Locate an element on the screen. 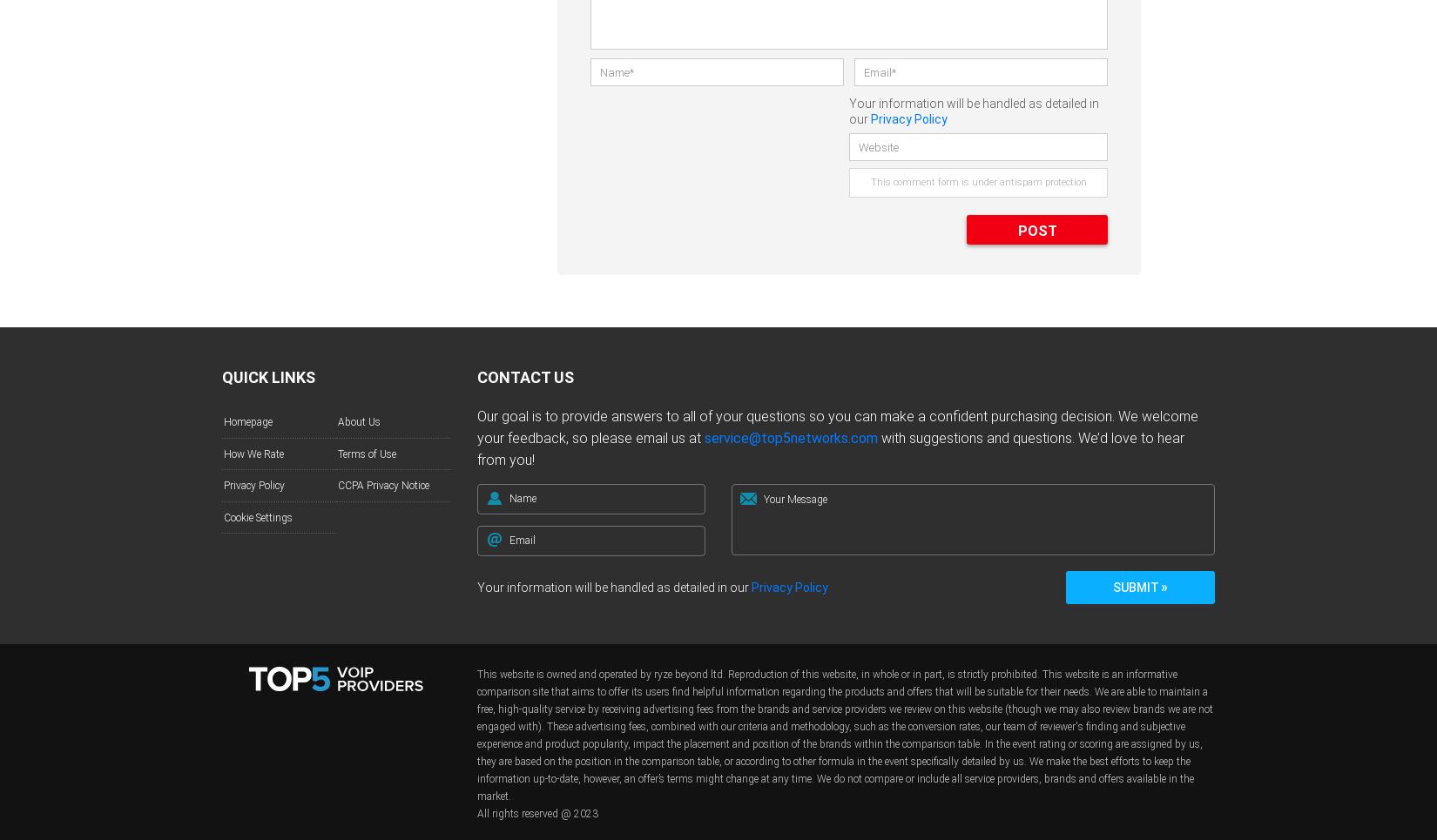  'Homepage' is located at coordinates (247, 422).